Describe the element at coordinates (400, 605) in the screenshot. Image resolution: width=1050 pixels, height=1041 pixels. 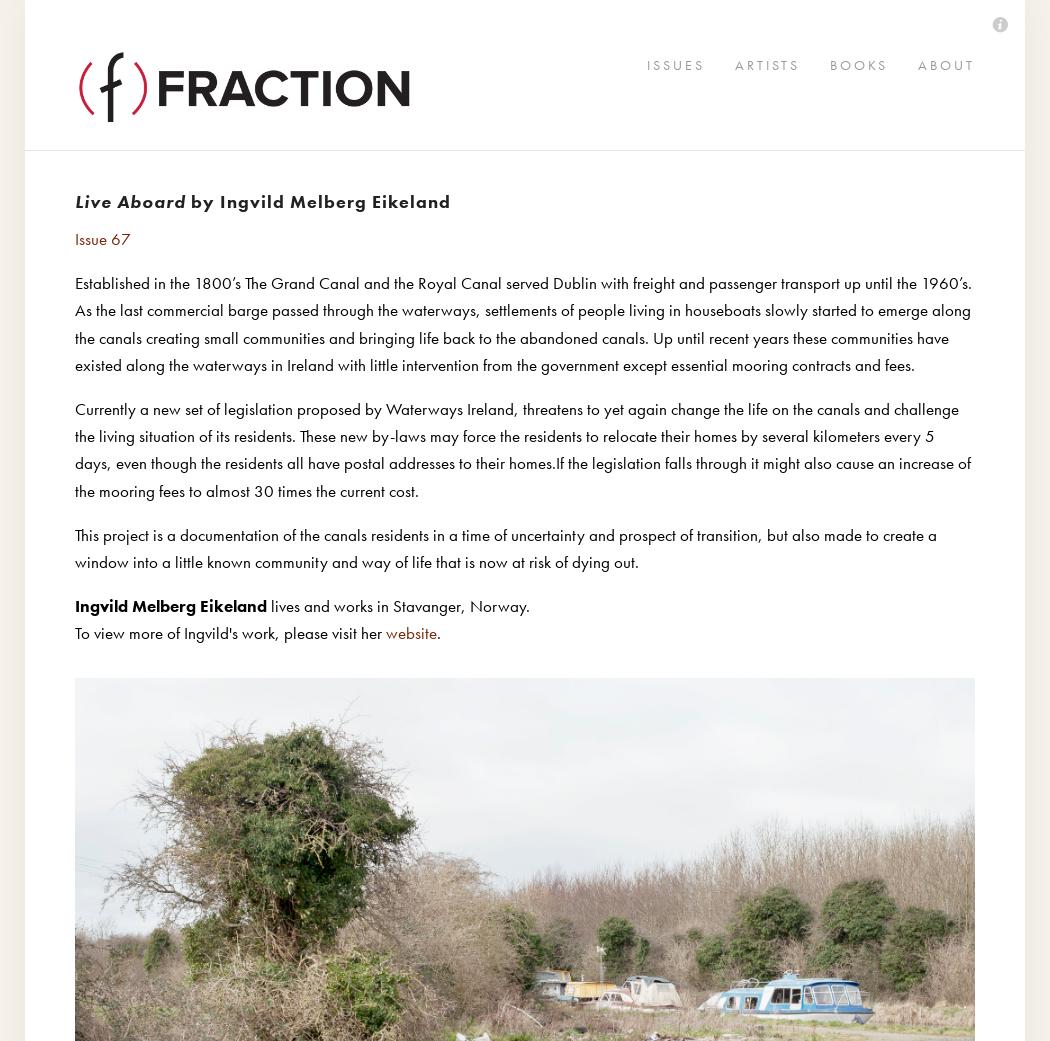
I see `'lives and works in Stavanger, Norway.'` at that location.